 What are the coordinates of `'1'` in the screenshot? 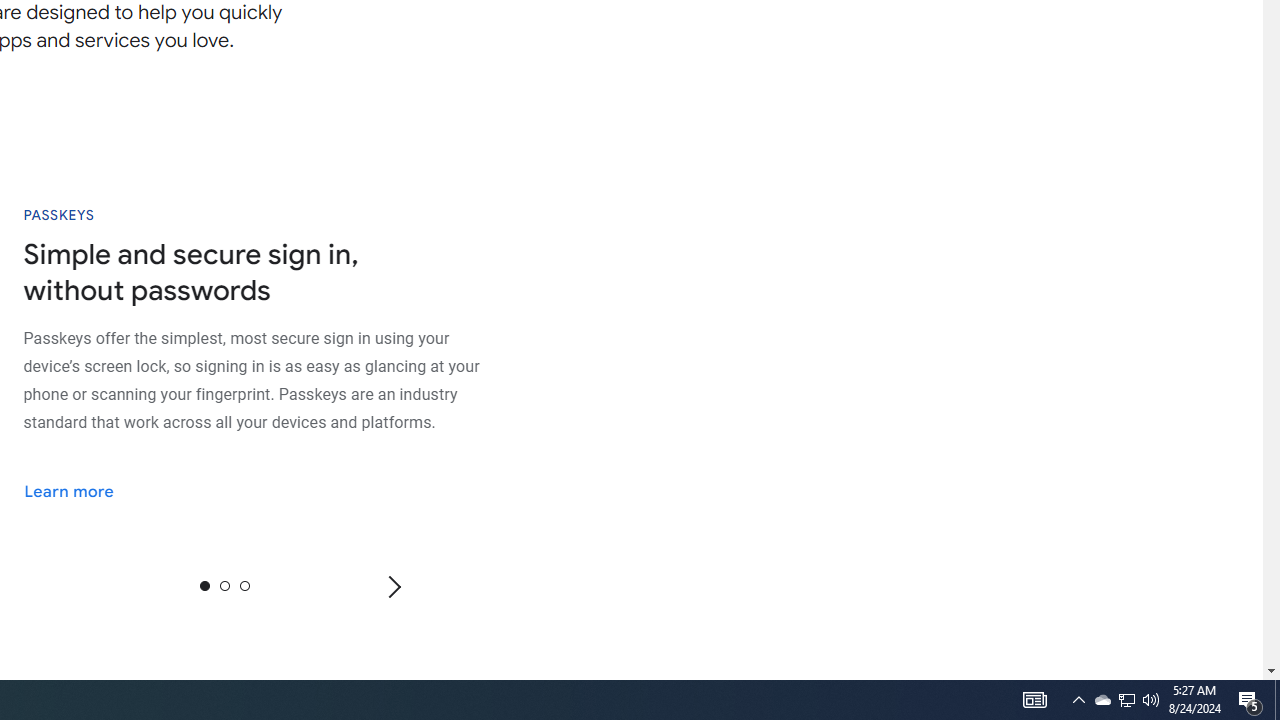 It's located at (224, 585).